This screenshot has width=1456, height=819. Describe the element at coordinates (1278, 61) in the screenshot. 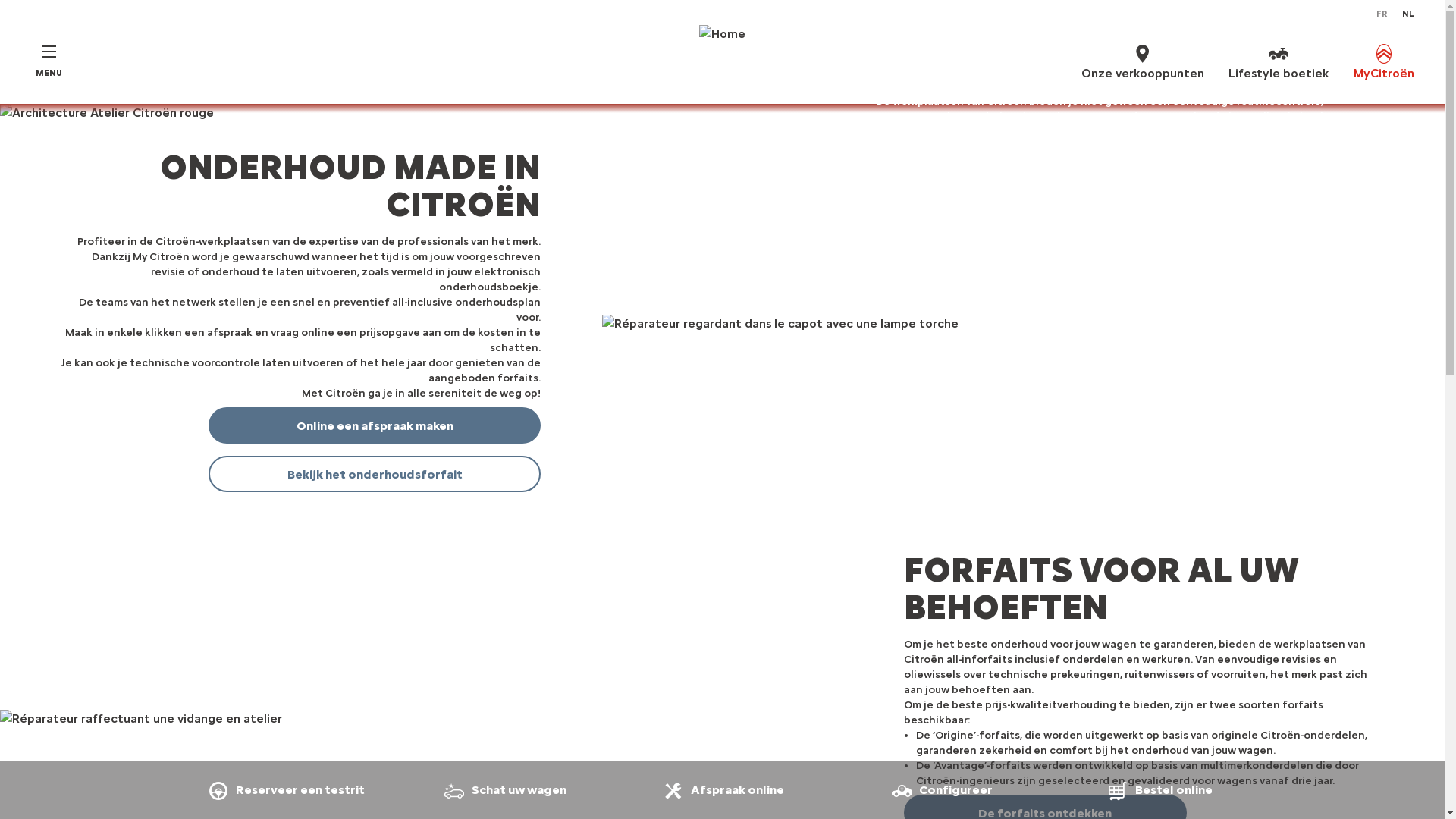

I see `'Lifestyle boetiek'` at that location.